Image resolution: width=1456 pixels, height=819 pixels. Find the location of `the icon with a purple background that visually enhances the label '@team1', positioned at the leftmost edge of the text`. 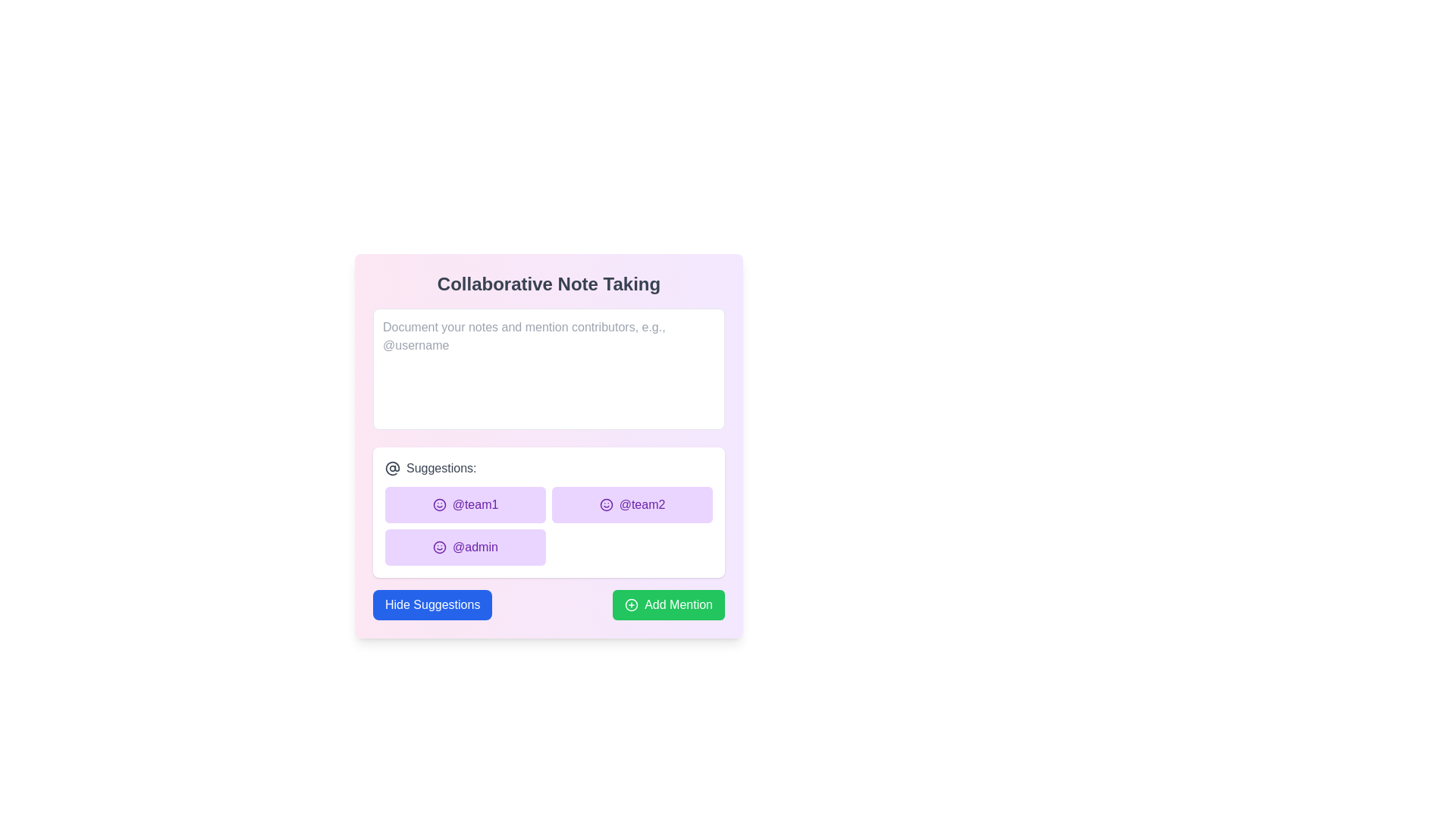

the icon with a purple background that visually enhances the label '@team1', positioned at the leftmost edge of the text is located at coordinates (438, 505).